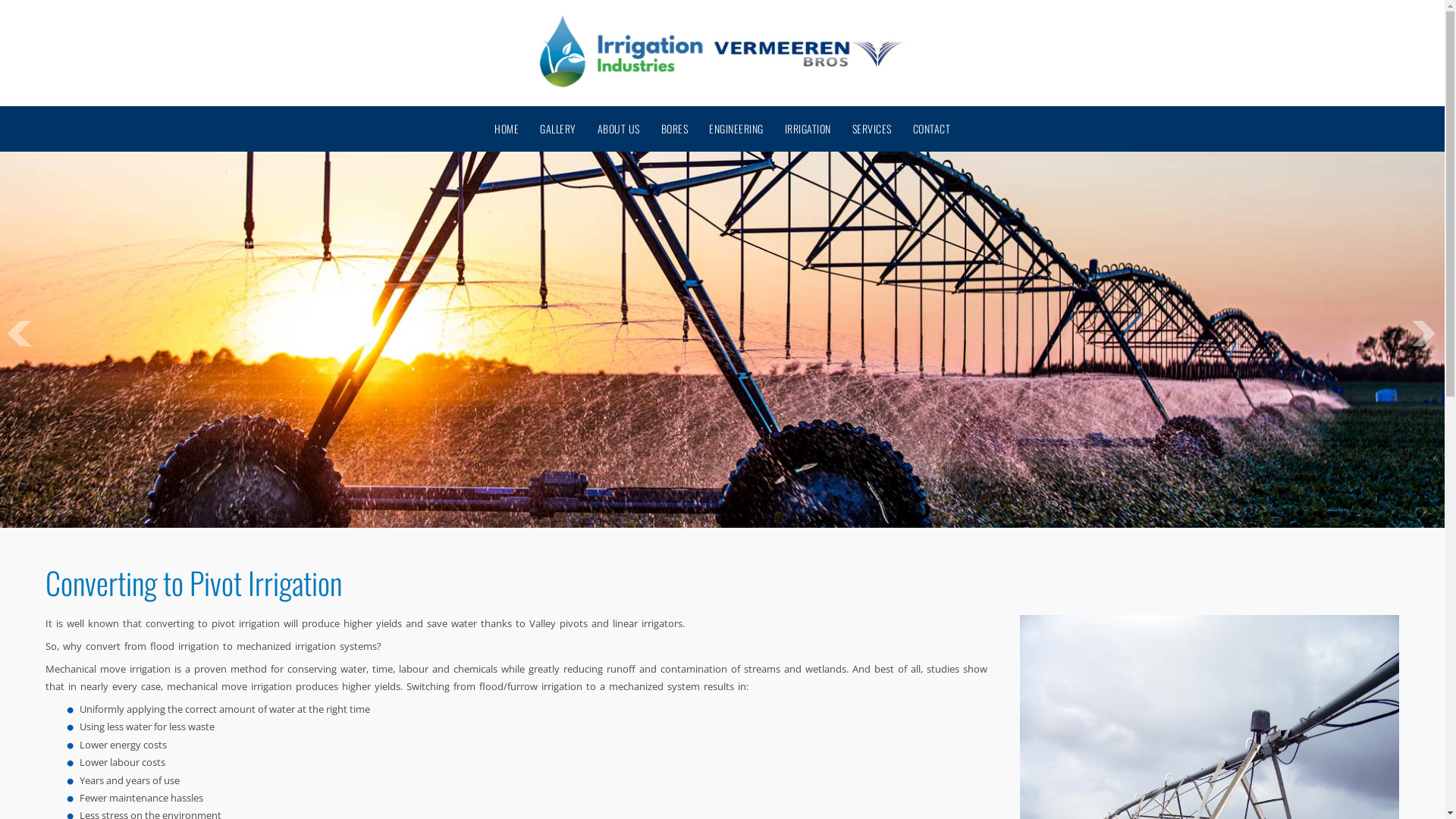 The height and width of the screenshot is (819, 1456). Describe the element at coordinates (736, 127) in the screenshot. I see `'ENGINEERING'` at that location.